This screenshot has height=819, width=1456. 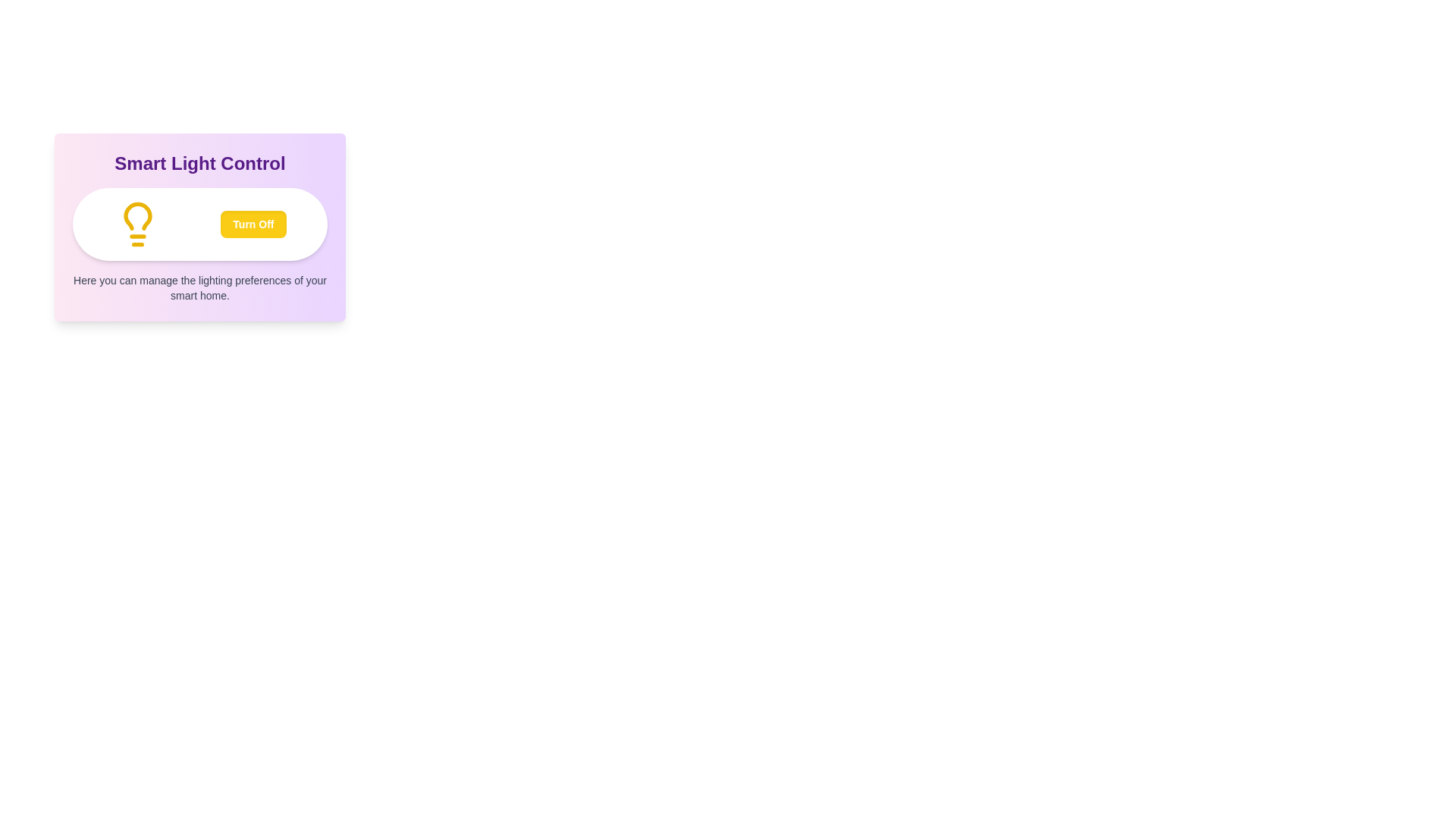 What do you see at coordinates (199, 288) in the screenshot?
I see `the text area containing the instructions and ensure it is visible for reading` at bounding box center [199, 288].